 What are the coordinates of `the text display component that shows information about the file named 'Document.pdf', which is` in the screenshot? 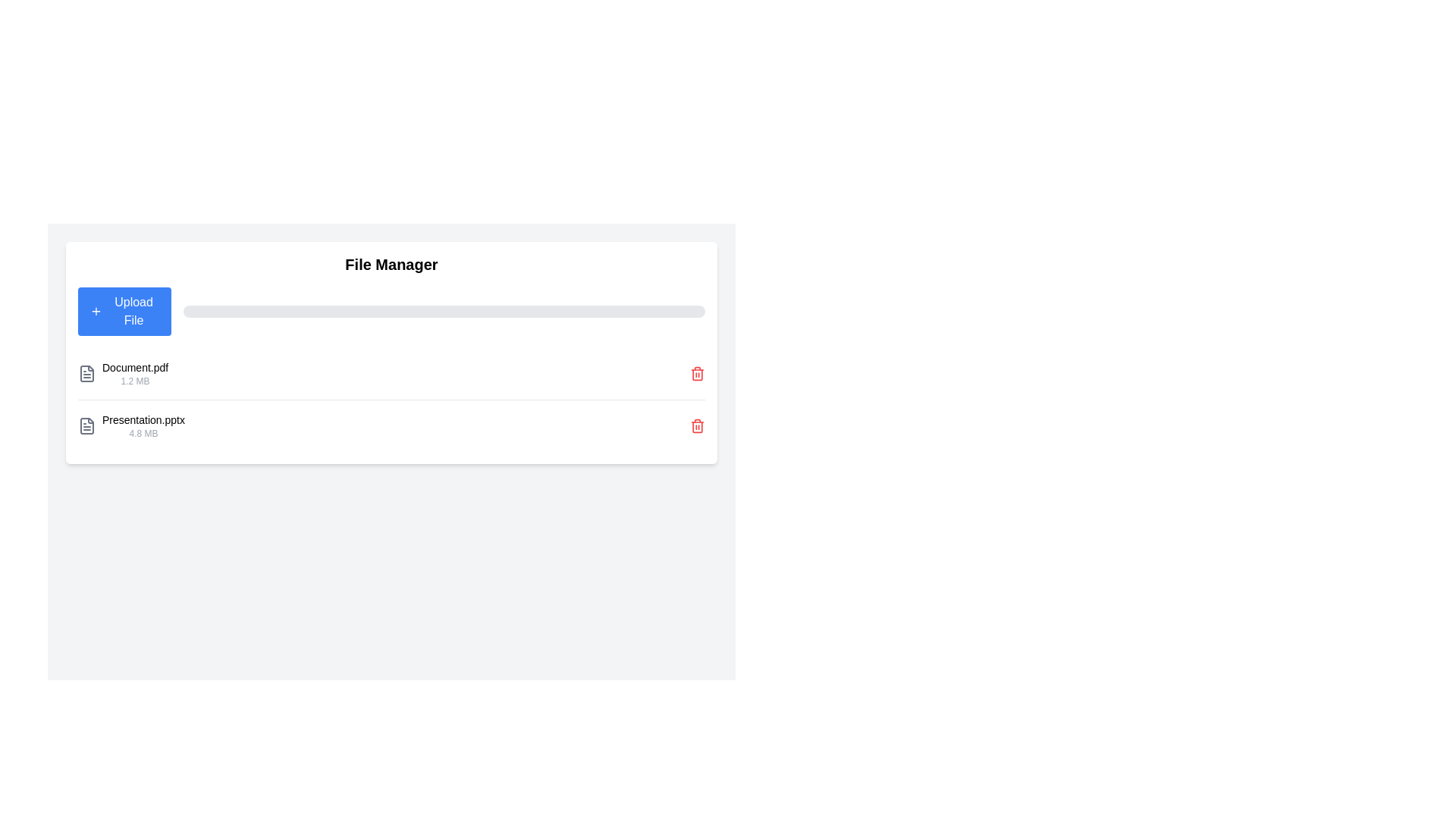 It's located at (135, 374).